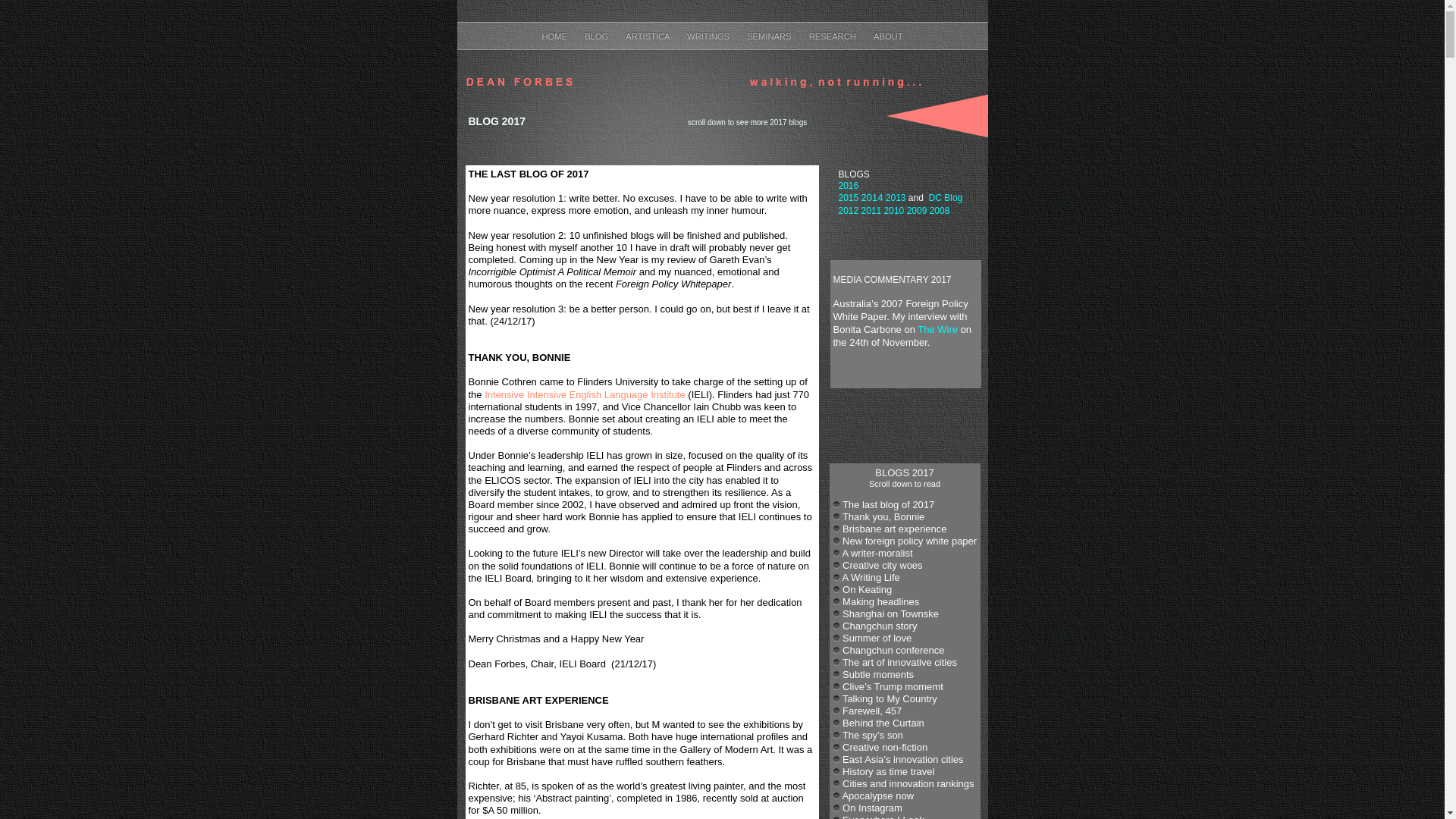 The height and width of the screenshot is (819, 1456). Describe the element at coordinates (554, 35) in the screenshot. I see `'HOME'` at that location.